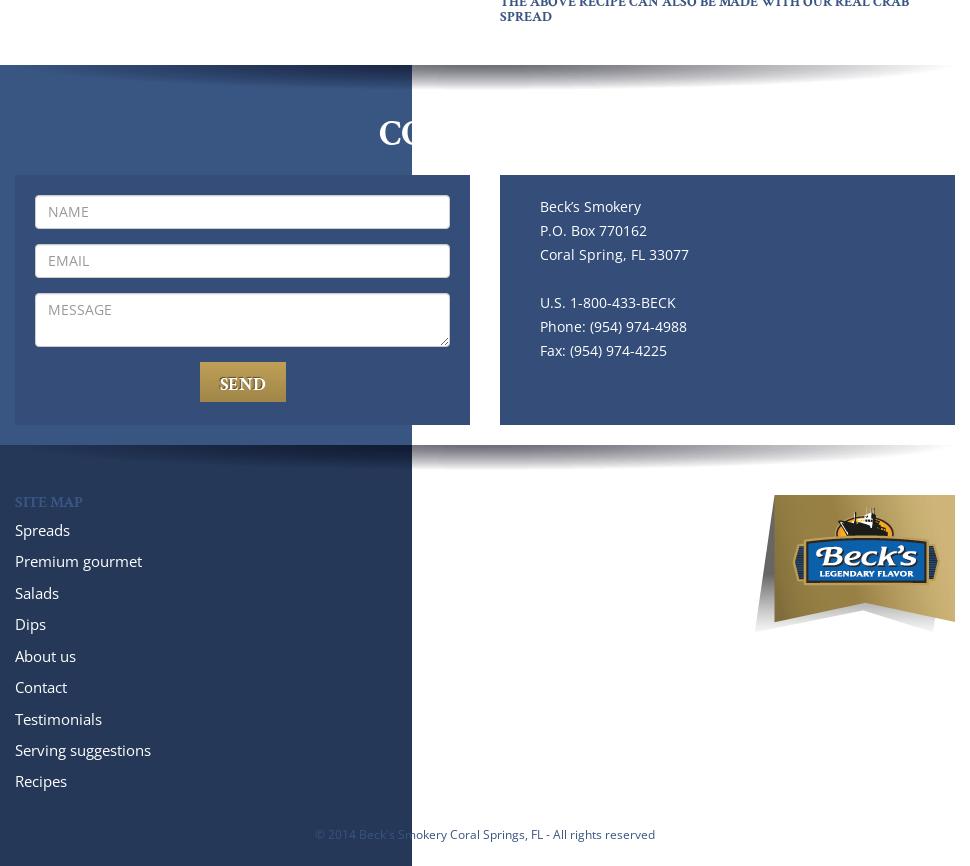  Describe the element at coordinates (45, 654) in the screenshot. I see `'About us'` at that location.